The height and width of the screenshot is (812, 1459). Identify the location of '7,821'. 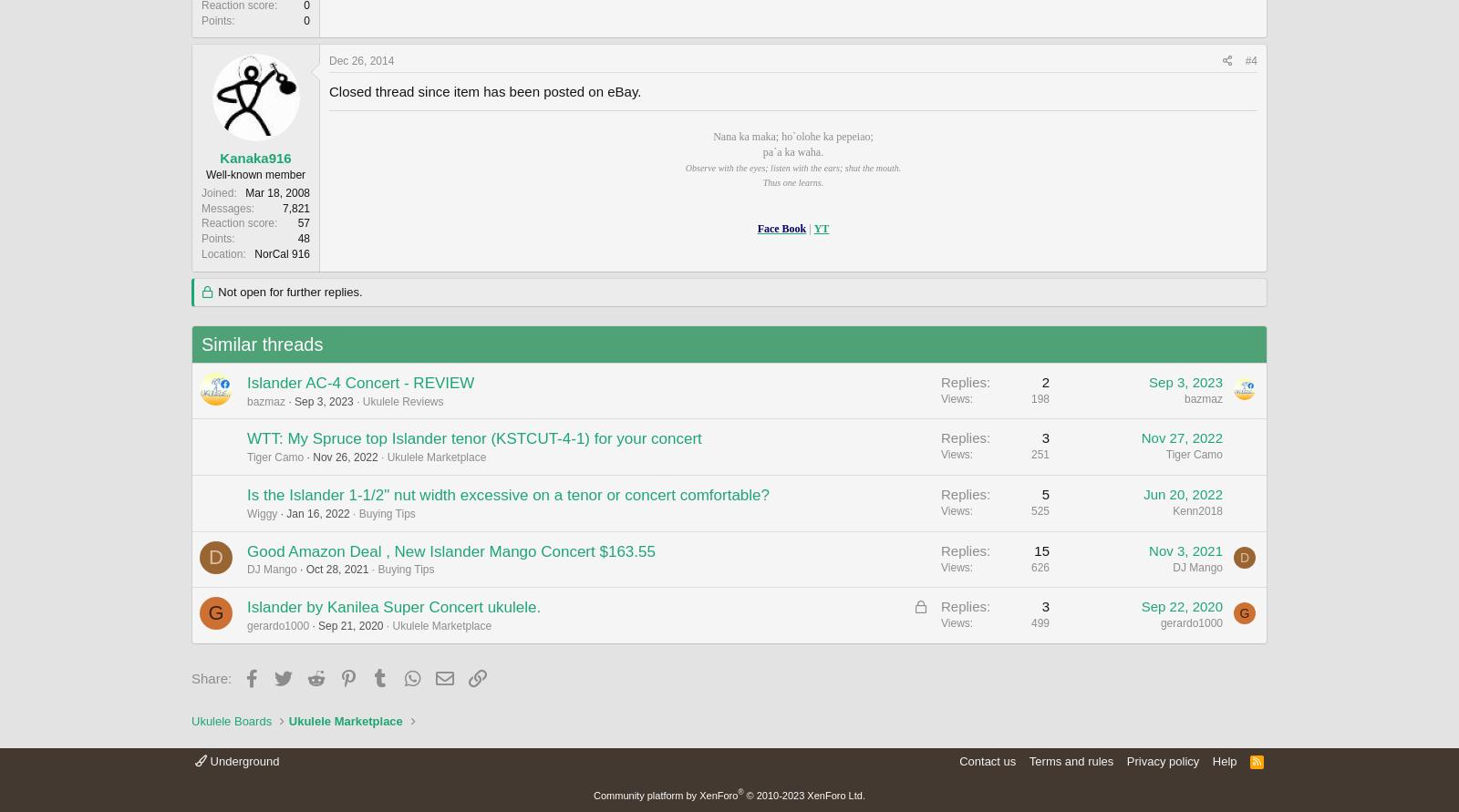
(281, 208).